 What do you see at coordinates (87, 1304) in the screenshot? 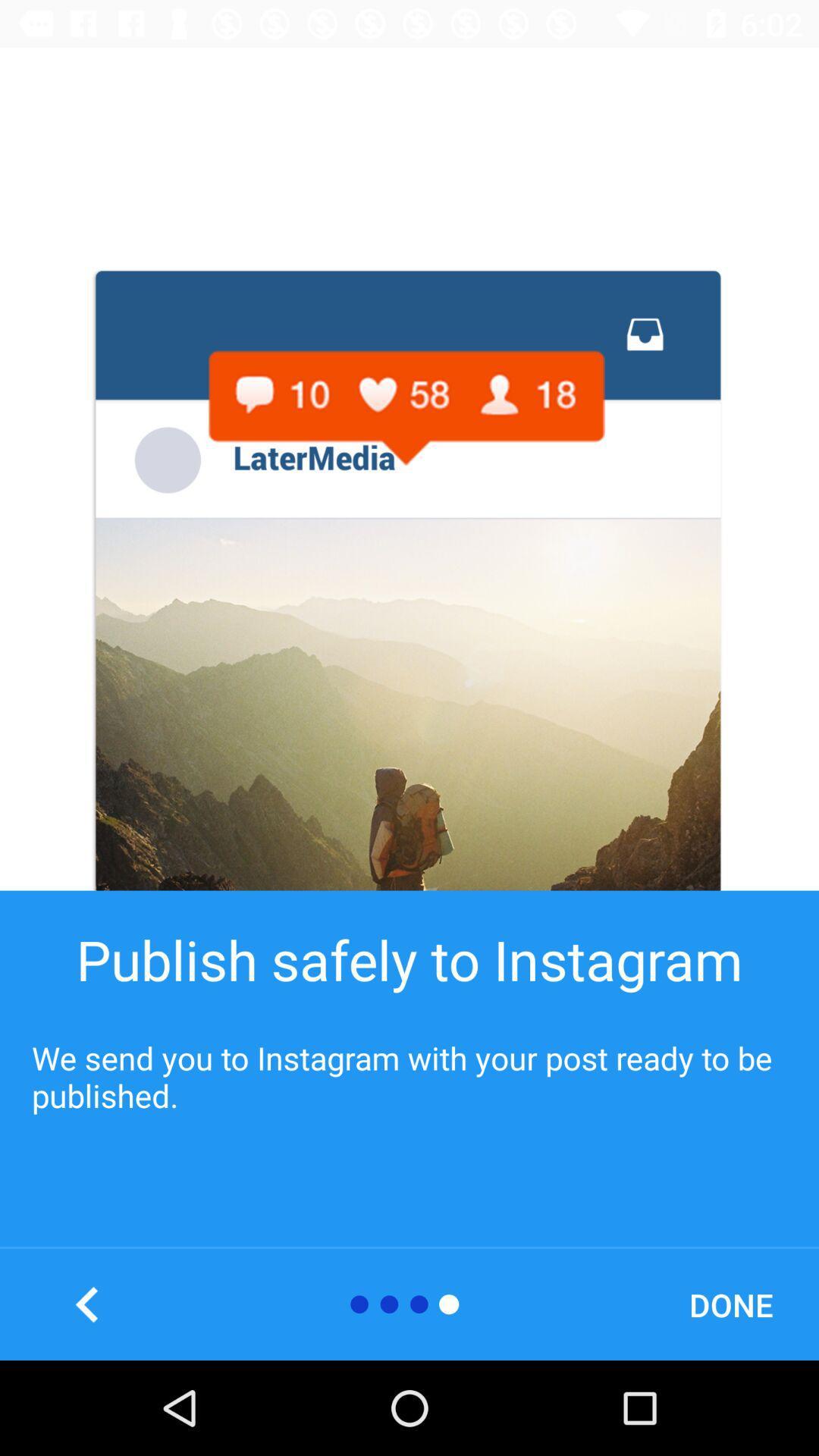
I see `the arrow_backward icon` at bounding box center [87, 1304].